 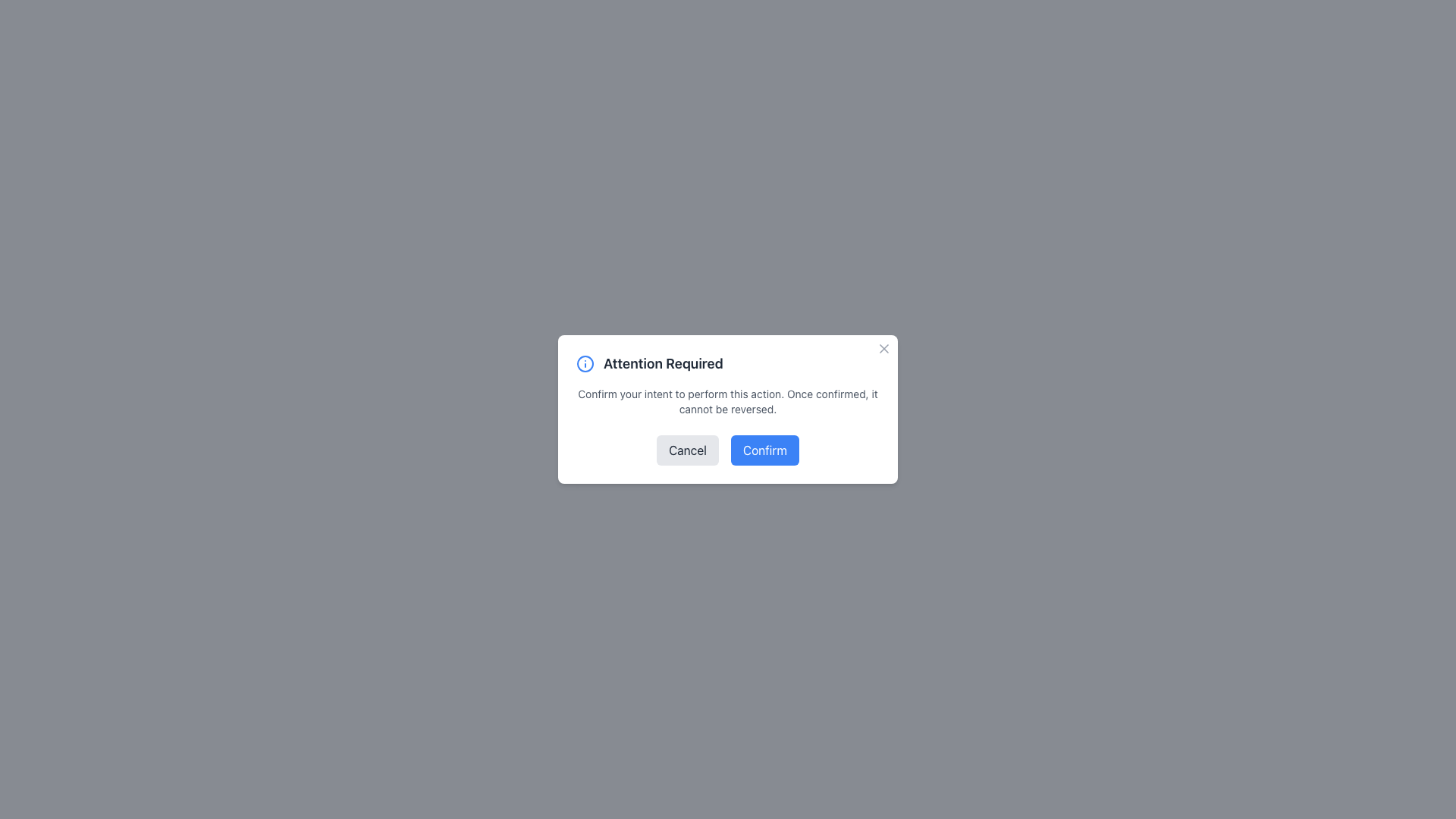 What do you see at coordinates (585, 363) in the screenshot?
I see `the informational icon located to the left of the 'Attention Required' text in the top-left corner of the dialog box` at bounding box center [585, 363].